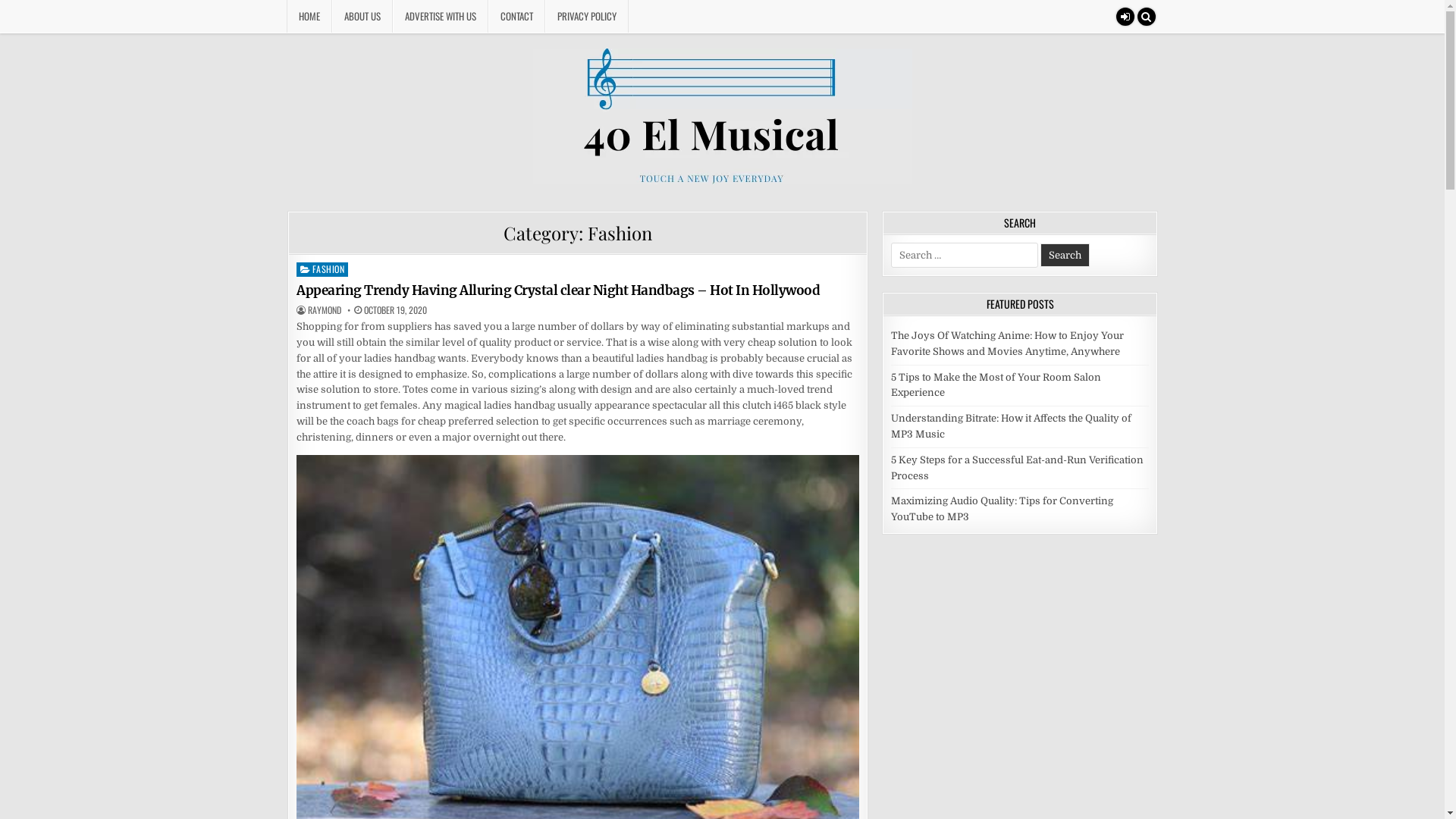  I want to click on 'ADVERTISE WITH US', so click(393, 16).